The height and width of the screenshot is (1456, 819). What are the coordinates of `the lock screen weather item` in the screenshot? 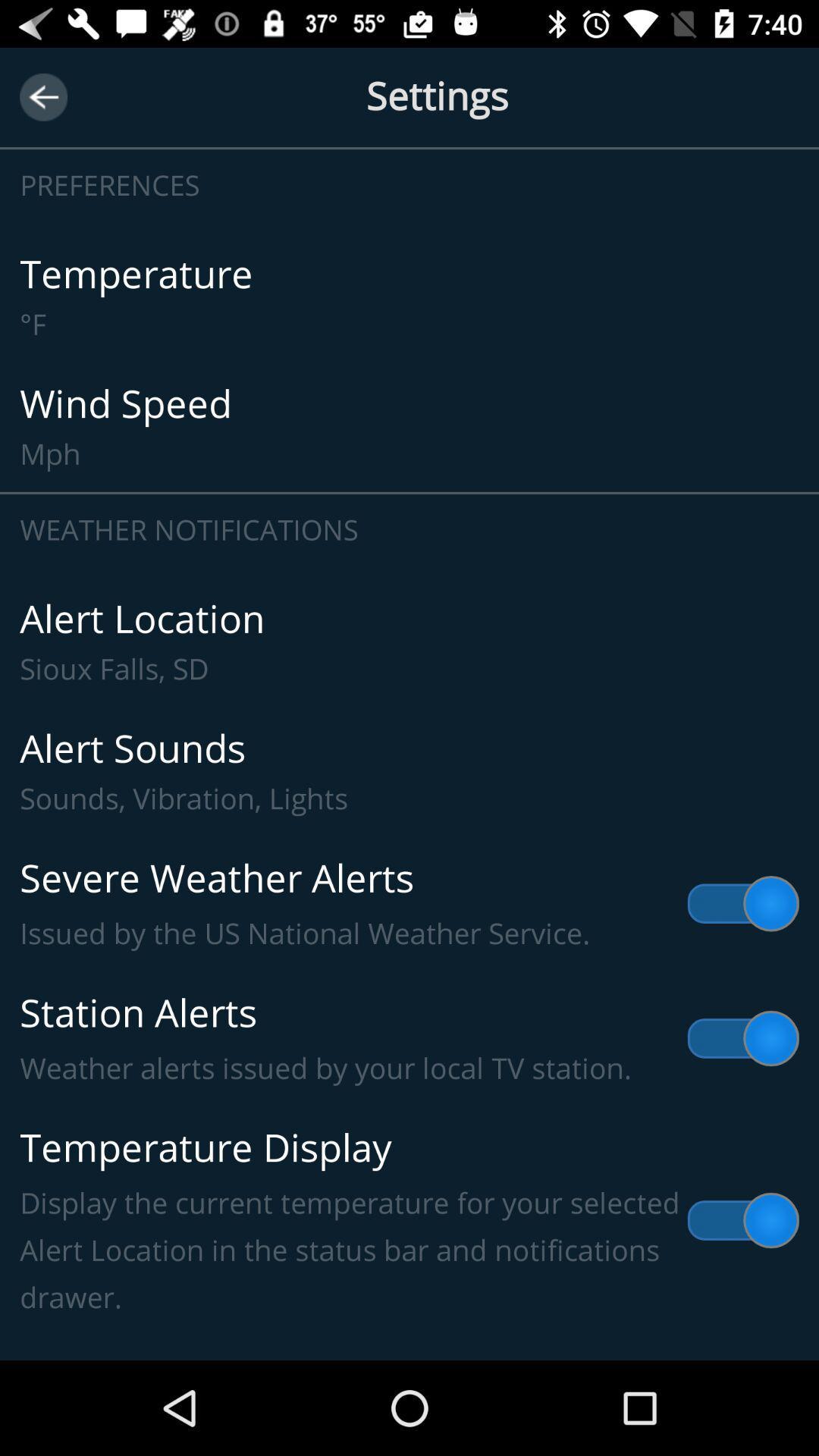 It's located at (409, 1338).